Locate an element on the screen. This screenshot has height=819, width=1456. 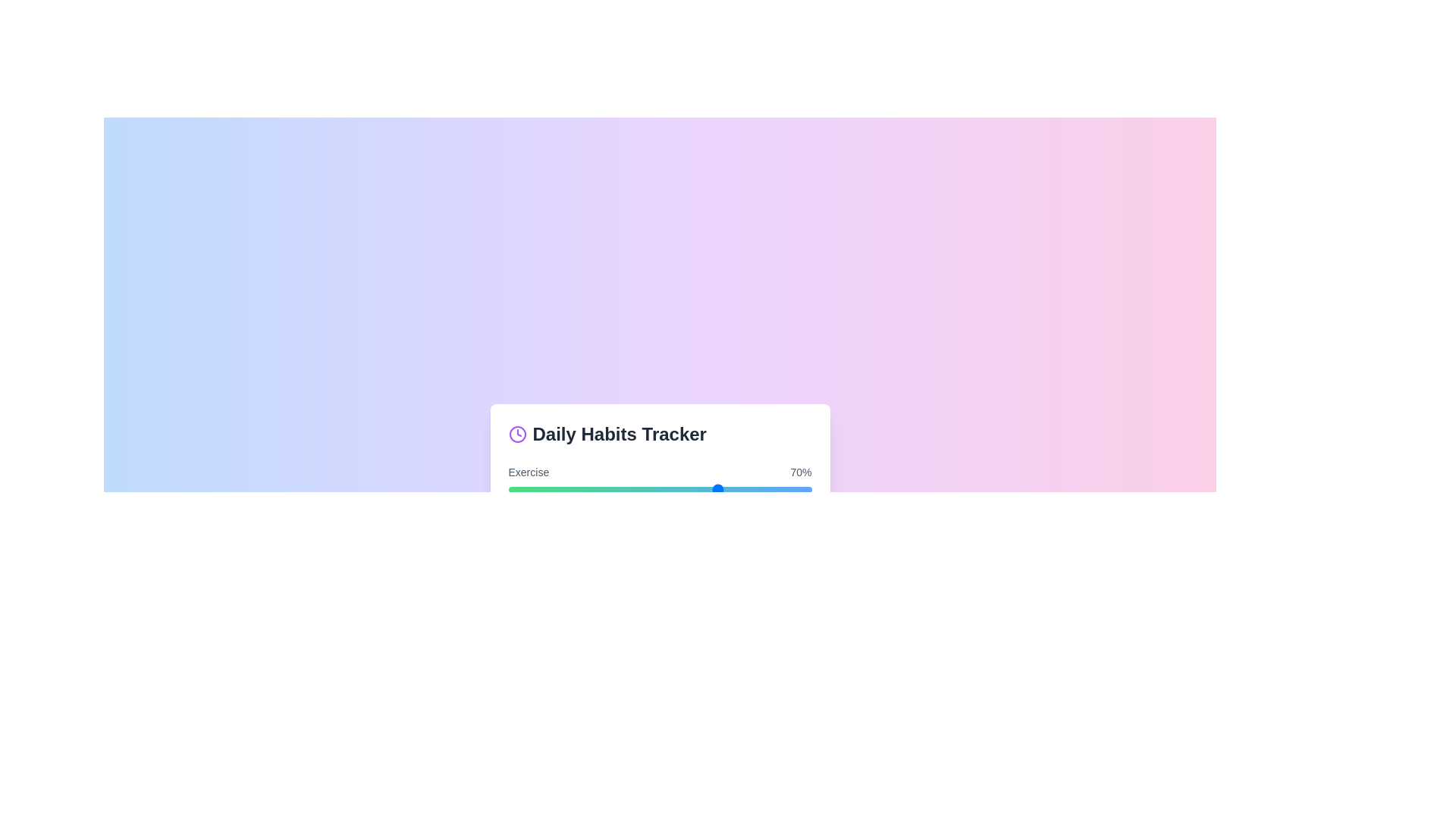
the progress bar for a habit to 85% is located at coordinates (766, 489).